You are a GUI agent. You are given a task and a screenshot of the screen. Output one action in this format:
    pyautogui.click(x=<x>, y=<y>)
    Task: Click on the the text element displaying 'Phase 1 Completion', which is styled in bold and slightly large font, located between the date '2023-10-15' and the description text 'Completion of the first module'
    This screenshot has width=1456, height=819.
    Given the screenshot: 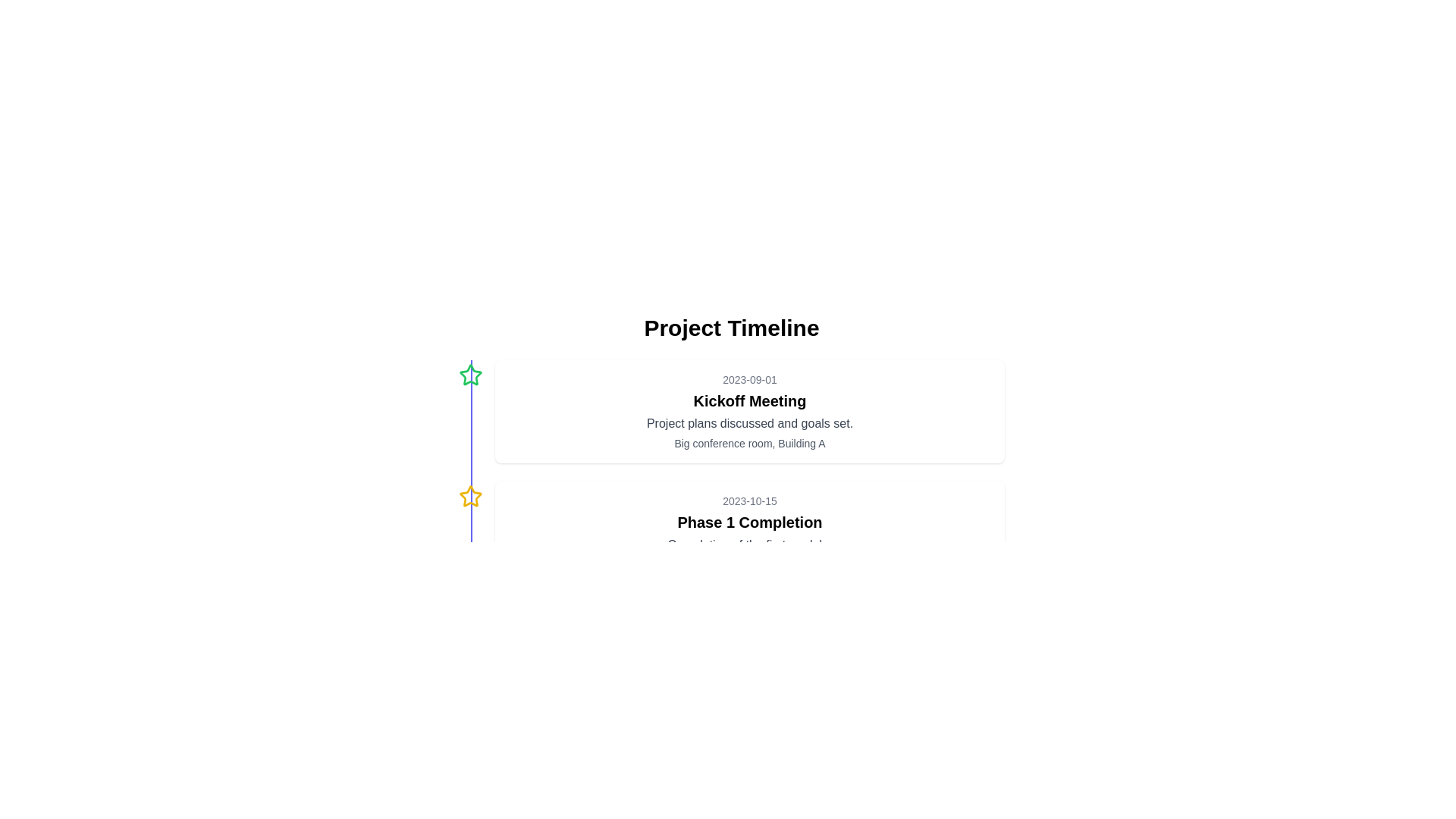 What is the action you would take?
    pyautogui.click(x=749, y=522)
    